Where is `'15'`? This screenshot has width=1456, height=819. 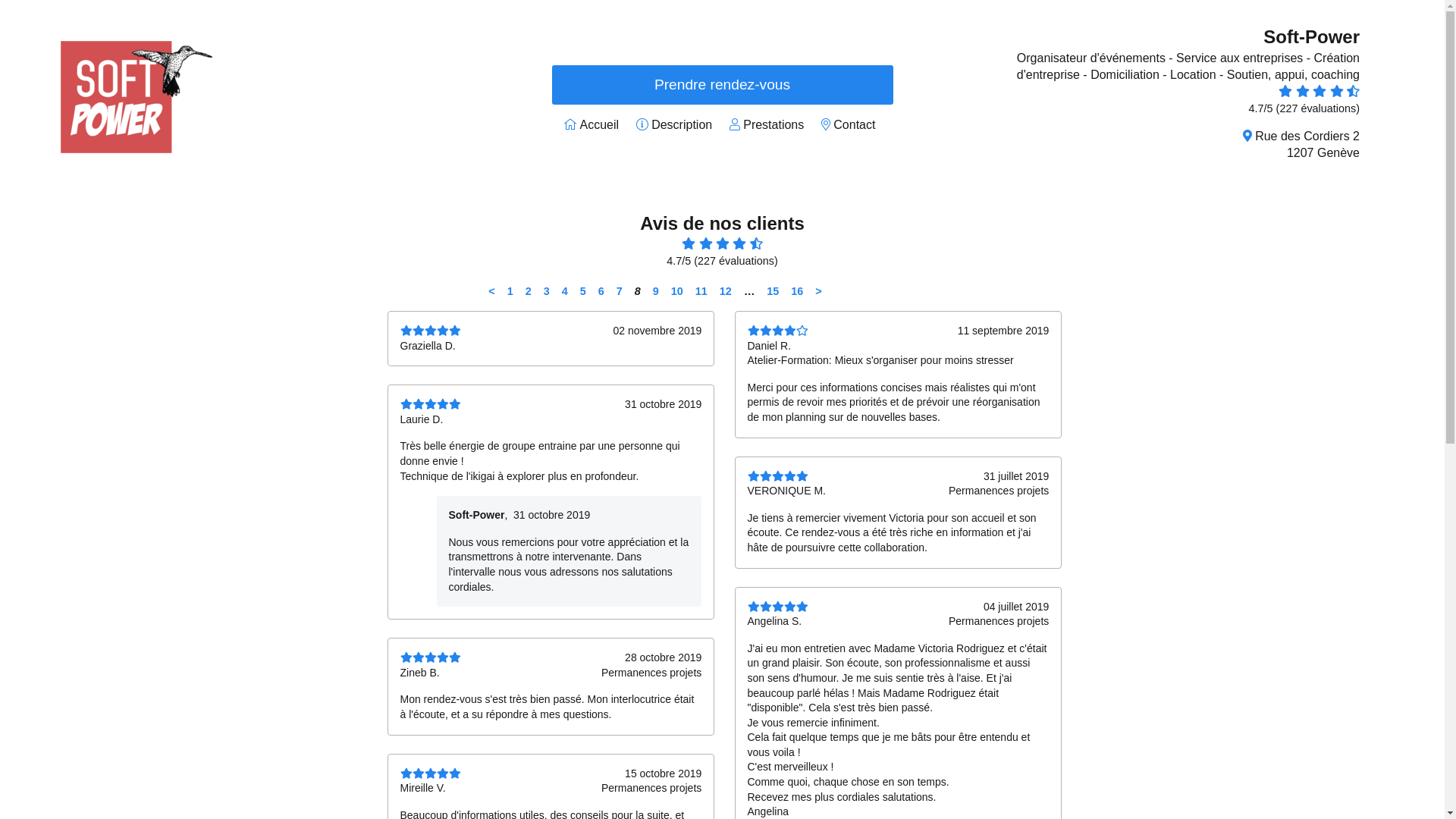 '15' is located at coordinates (772, 291).